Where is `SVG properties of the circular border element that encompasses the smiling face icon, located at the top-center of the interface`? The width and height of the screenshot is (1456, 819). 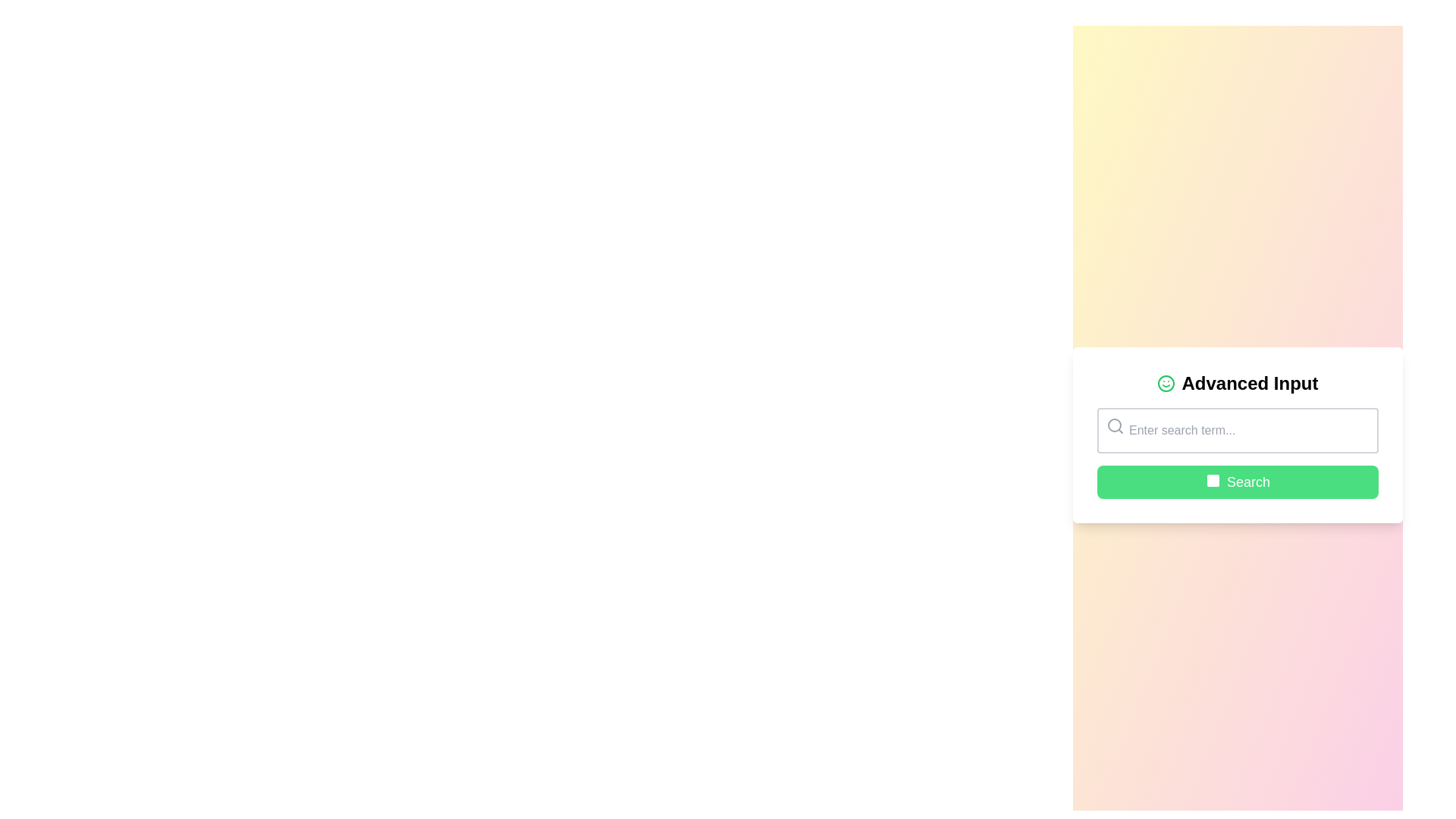 SVG properties of the circular border element that encompasses the smiling face icon, located at the top-center of the interface is located at coordinates (1166, 382).